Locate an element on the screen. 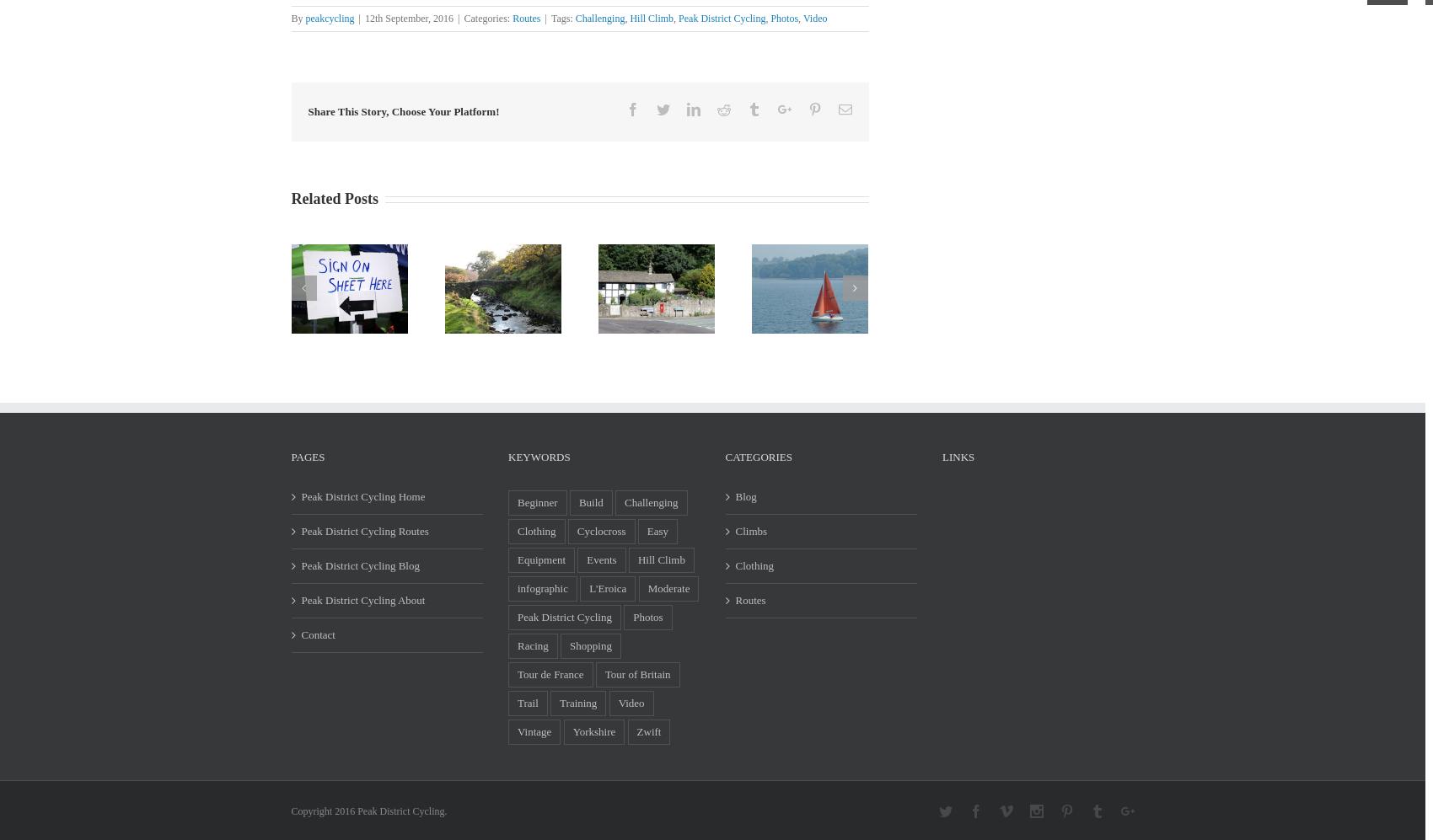 The image size is (1433, 840). 'peakcycling' is located at coordinates (329, 19).